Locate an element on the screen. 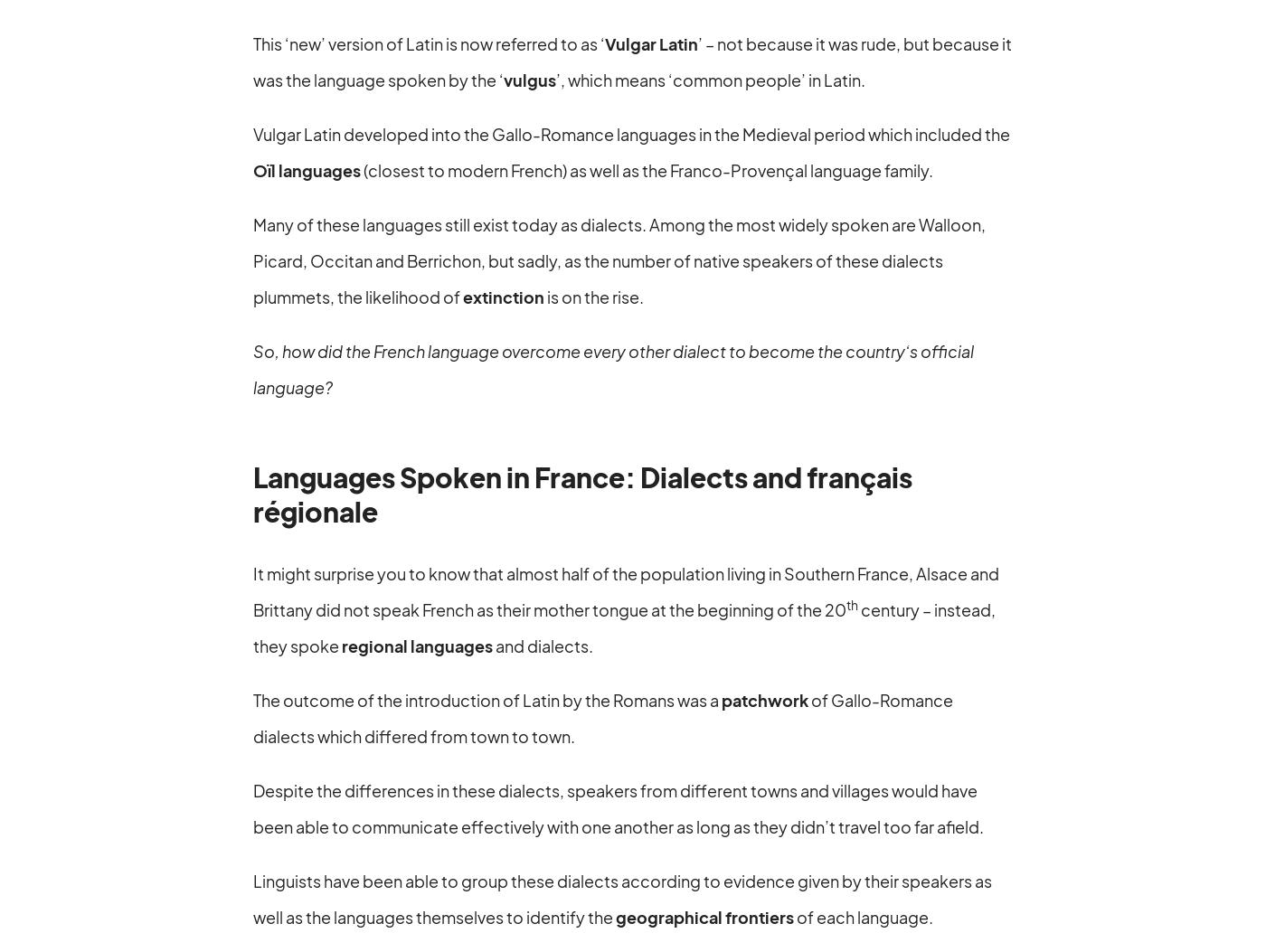 Image resolution: width=1266 pixels, height=952 pixels. 'Languages Spoken in France: Dialects and français régionale' is located at coordinates (582, 492).